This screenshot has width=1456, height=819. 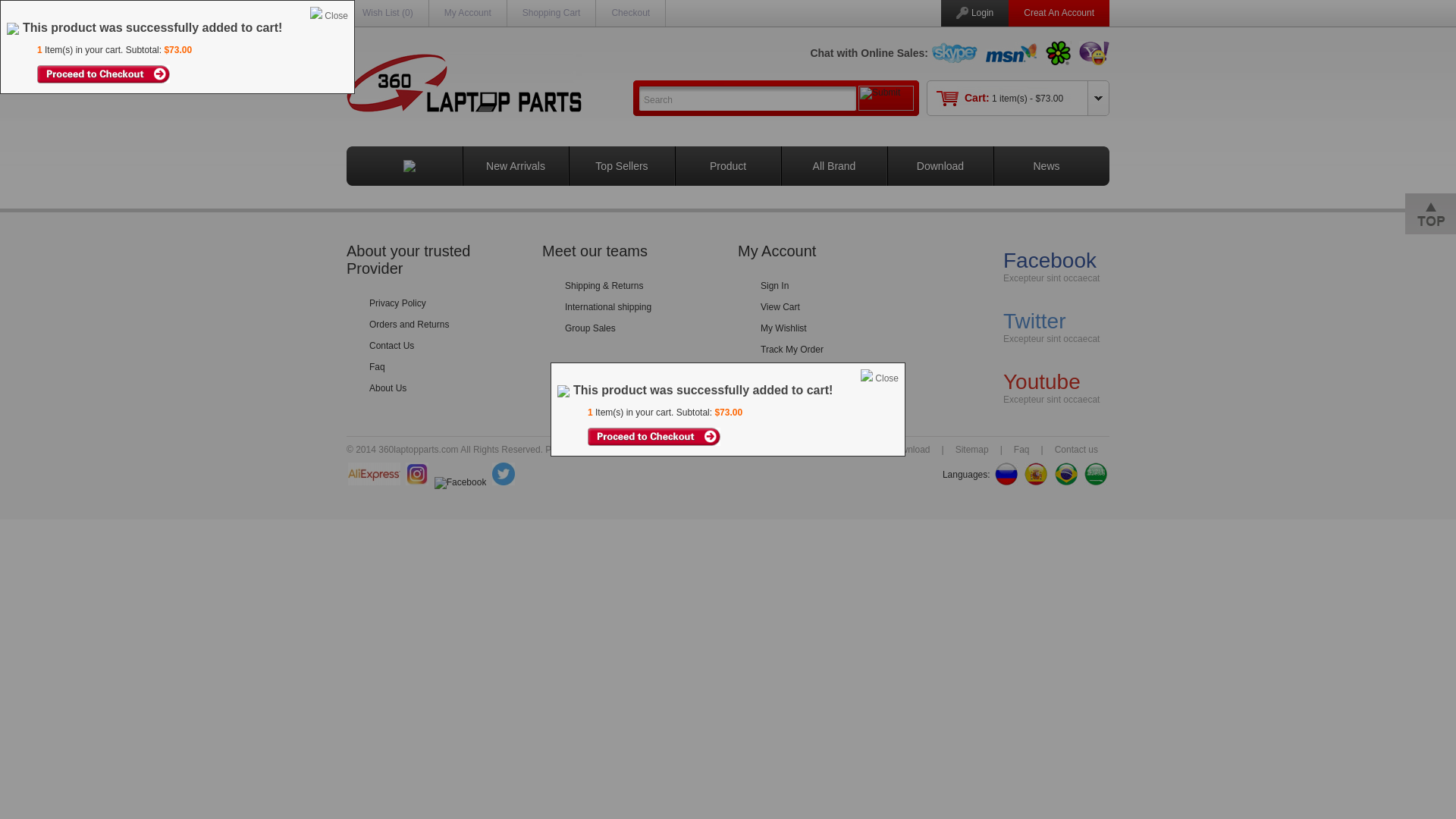 I want to click on 'International shipping', so click(x=607, y=307).